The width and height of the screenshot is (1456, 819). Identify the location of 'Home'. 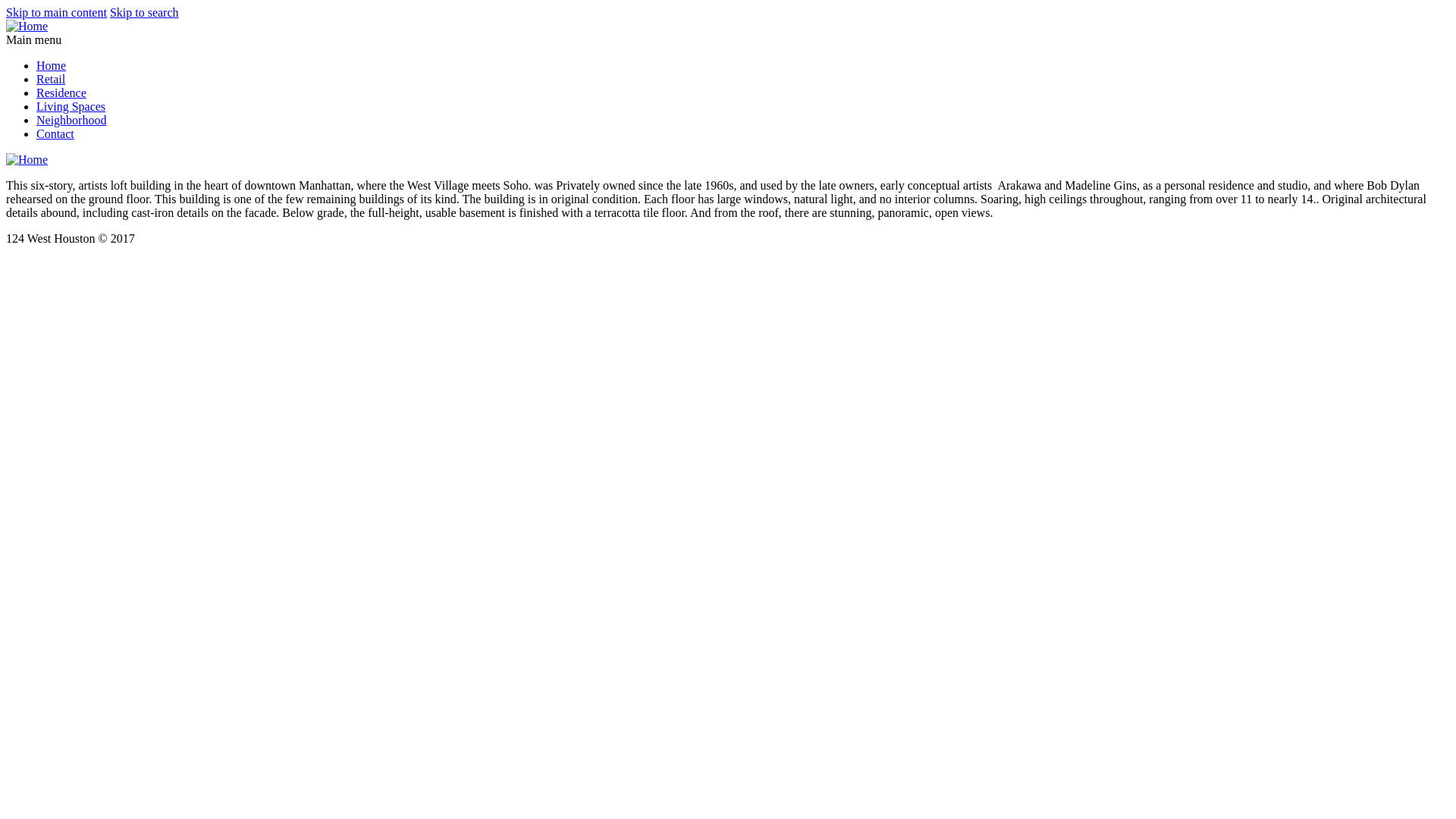
(36, 64).